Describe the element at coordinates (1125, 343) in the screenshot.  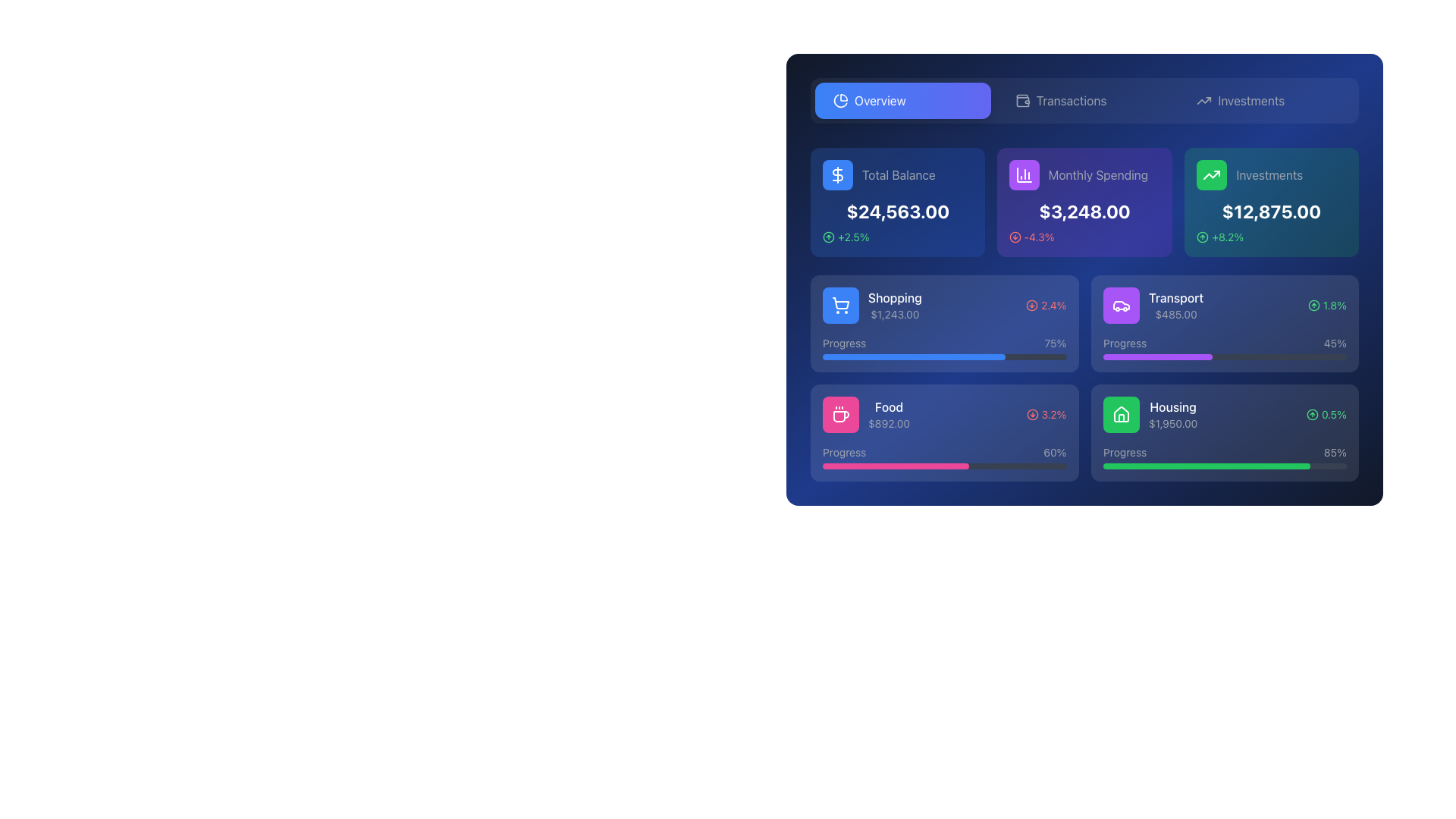
I see `the Text label that indicates the purpose of the associated progress bar, located within the purple-tinted card labeled 'Transport' in the second row` at that location.